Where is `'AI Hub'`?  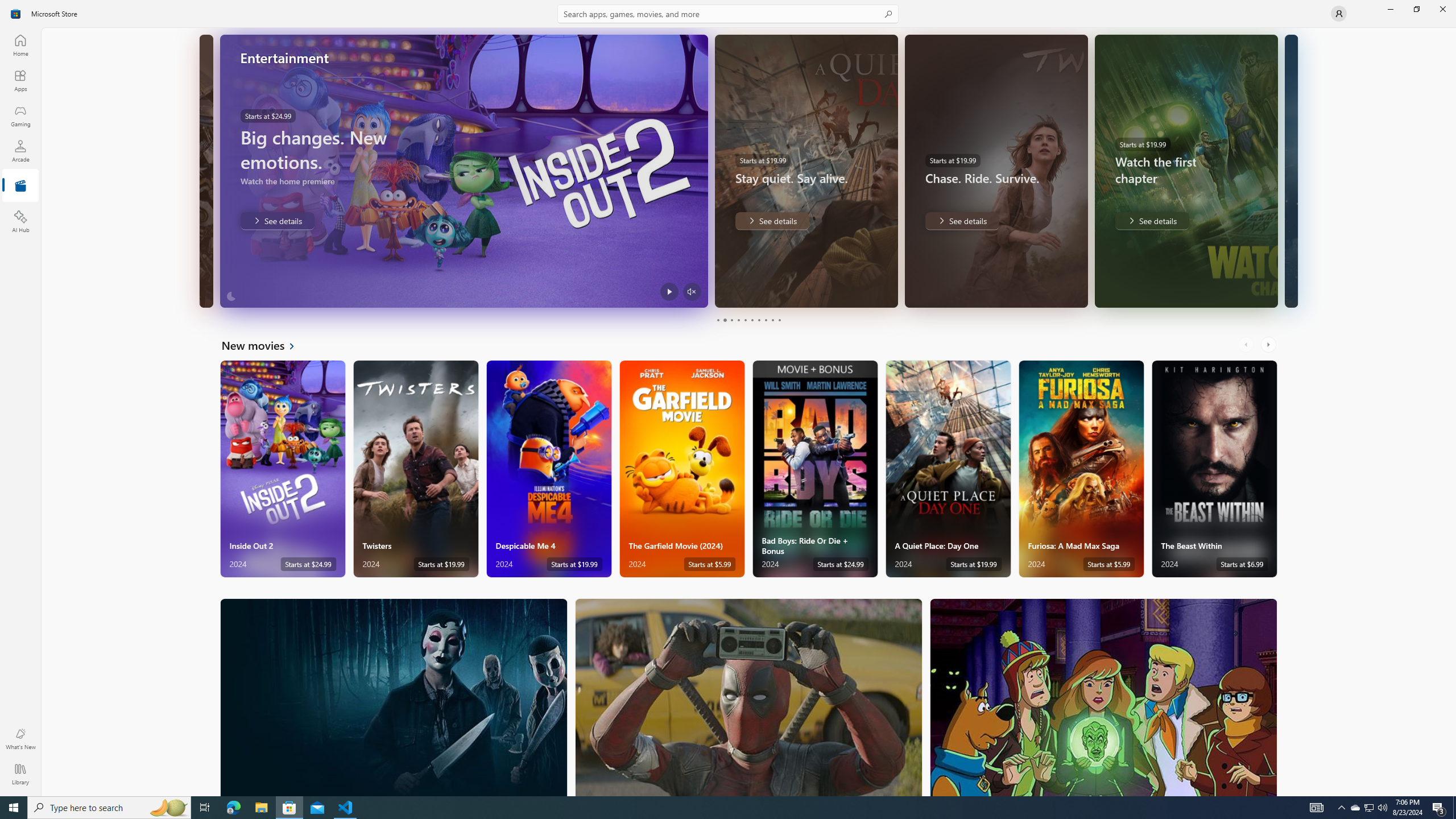
'AI Hub' is located at coordinates (19, 221).